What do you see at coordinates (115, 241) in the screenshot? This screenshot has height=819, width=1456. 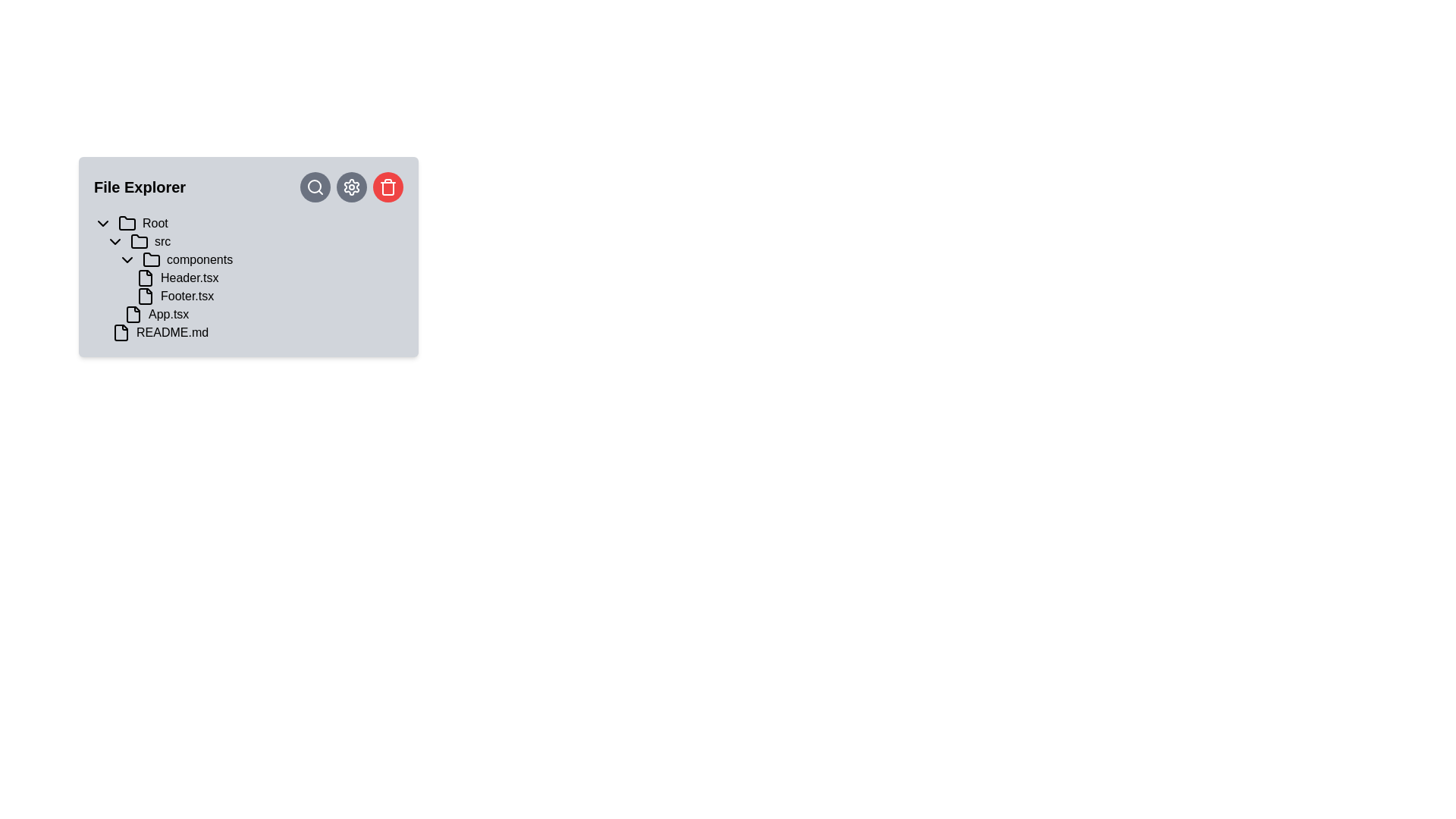 I see `the toggle button located to the left of the 'src' label` at bounding box center [115, 241].